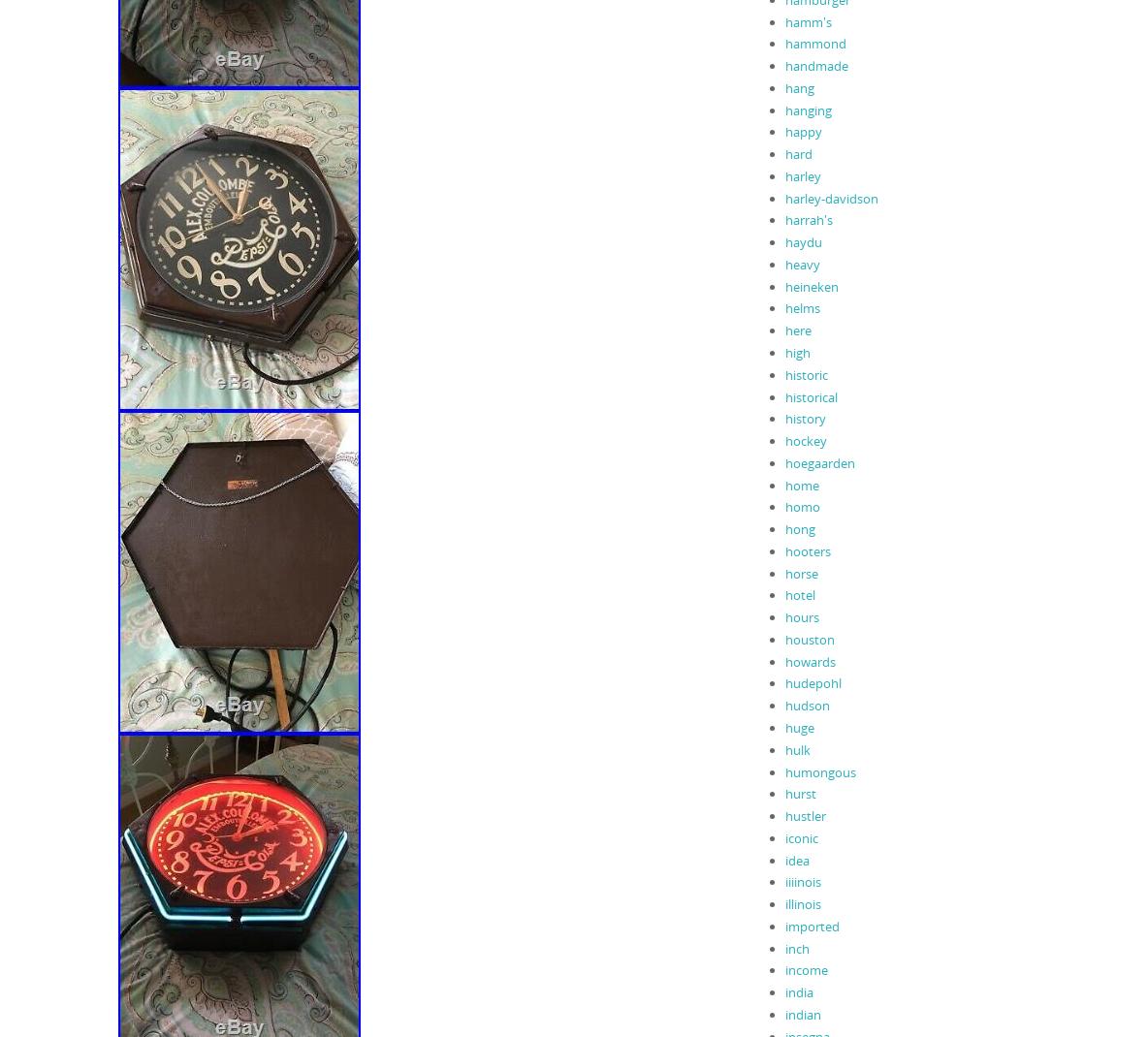  Describe the element at coordinates (807, 549) in the screenshot. I see `'hooters'` at that location.